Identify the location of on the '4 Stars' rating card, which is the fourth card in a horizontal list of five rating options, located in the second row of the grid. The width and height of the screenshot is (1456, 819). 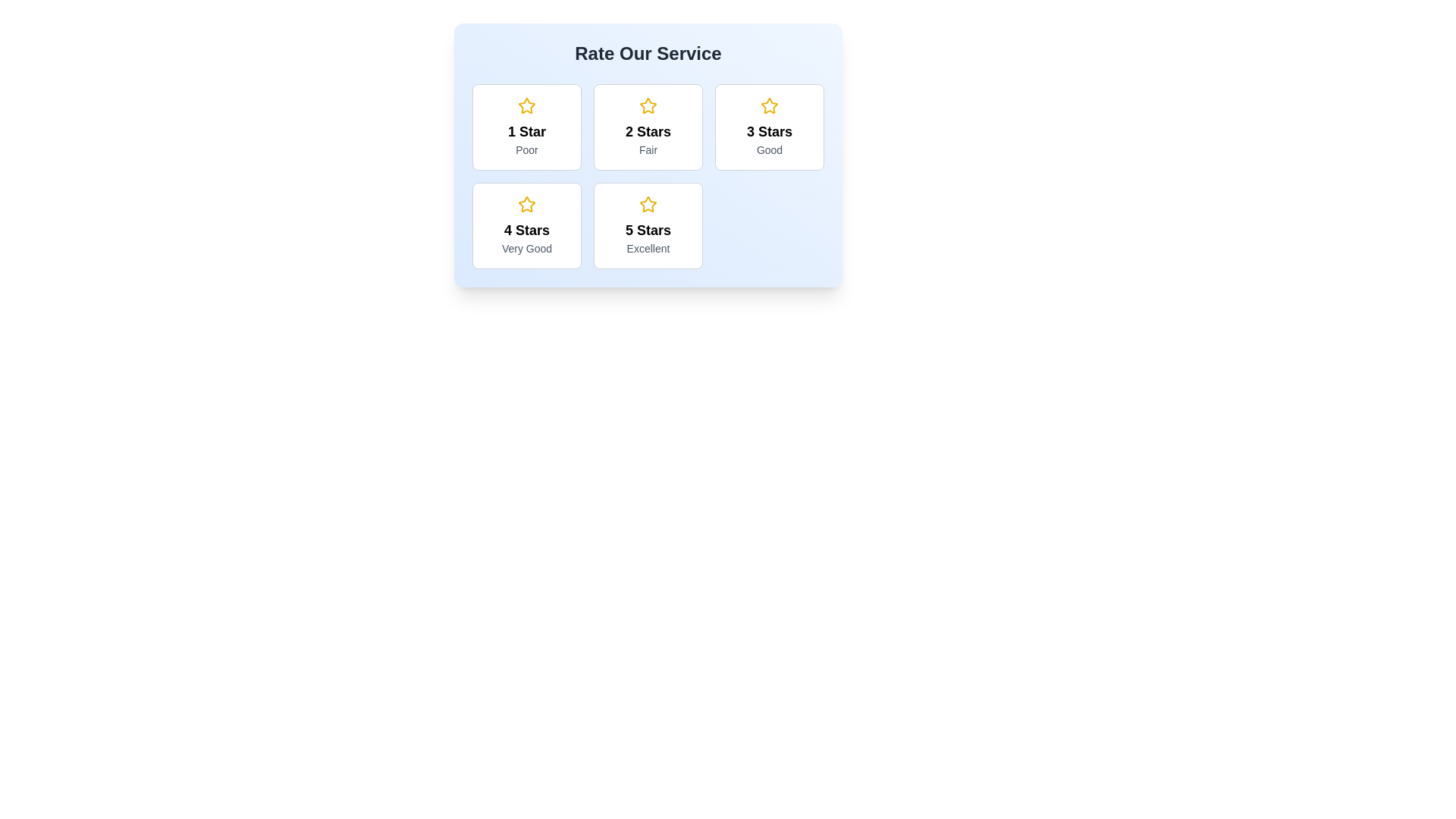
(527, 225).